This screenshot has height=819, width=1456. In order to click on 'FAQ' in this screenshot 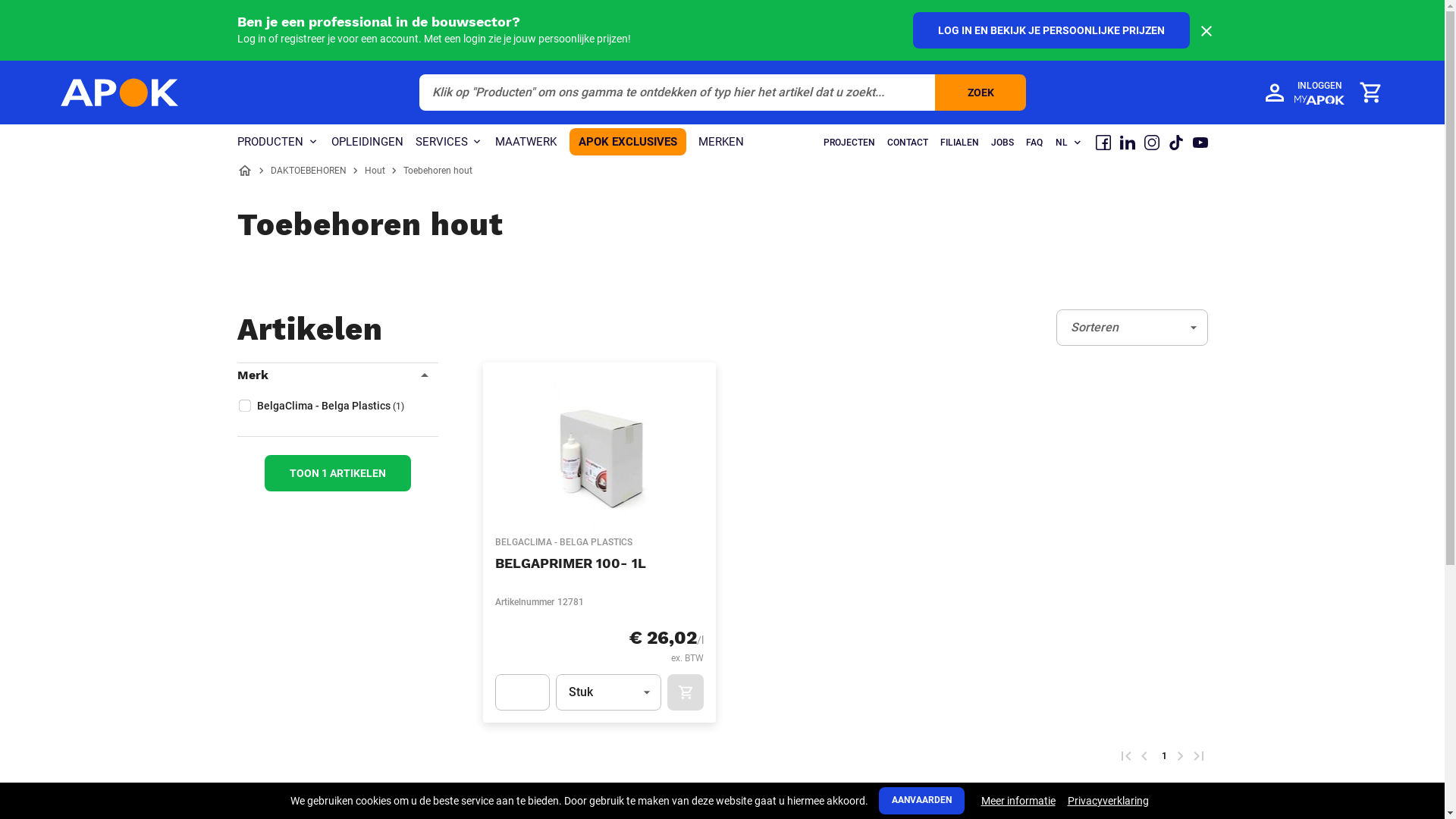, I will do `click(1033, 143)`.